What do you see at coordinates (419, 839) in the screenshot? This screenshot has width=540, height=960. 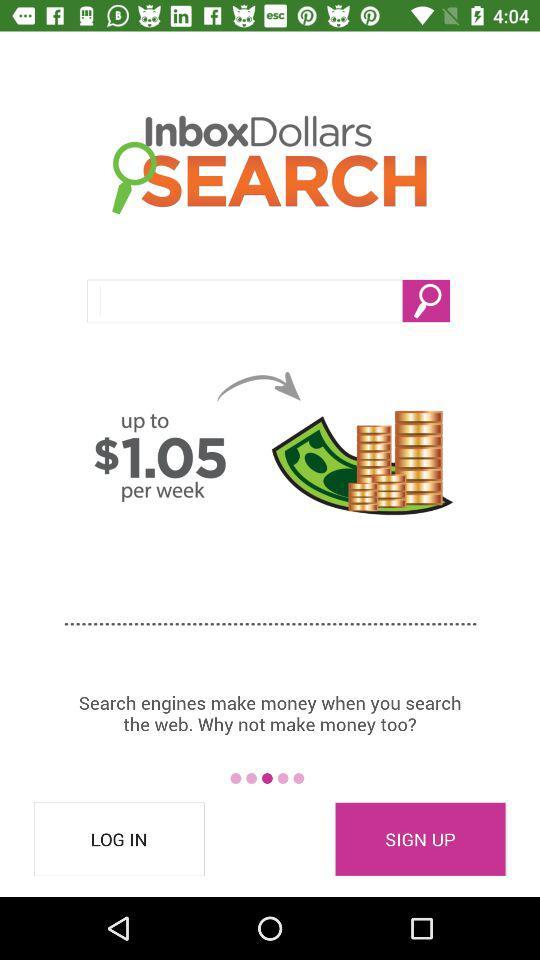 I see `item to the right of log in item` at bounding box center [419, 839].